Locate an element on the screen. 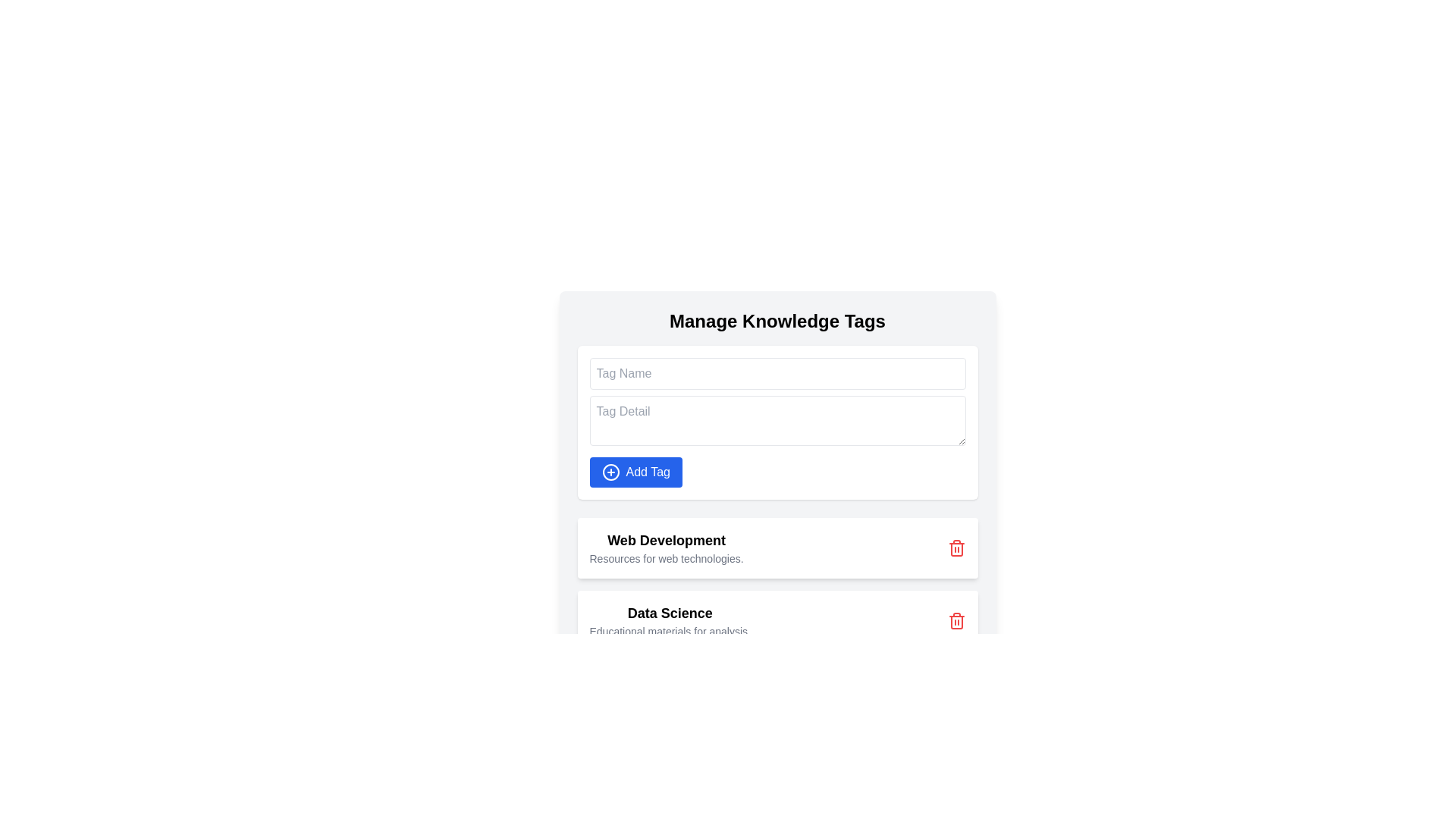  the composite element displaying knowledge tags related to web development, which includes a title text field, a description text field, and a red trash icon is located at coordinates (666, 548).